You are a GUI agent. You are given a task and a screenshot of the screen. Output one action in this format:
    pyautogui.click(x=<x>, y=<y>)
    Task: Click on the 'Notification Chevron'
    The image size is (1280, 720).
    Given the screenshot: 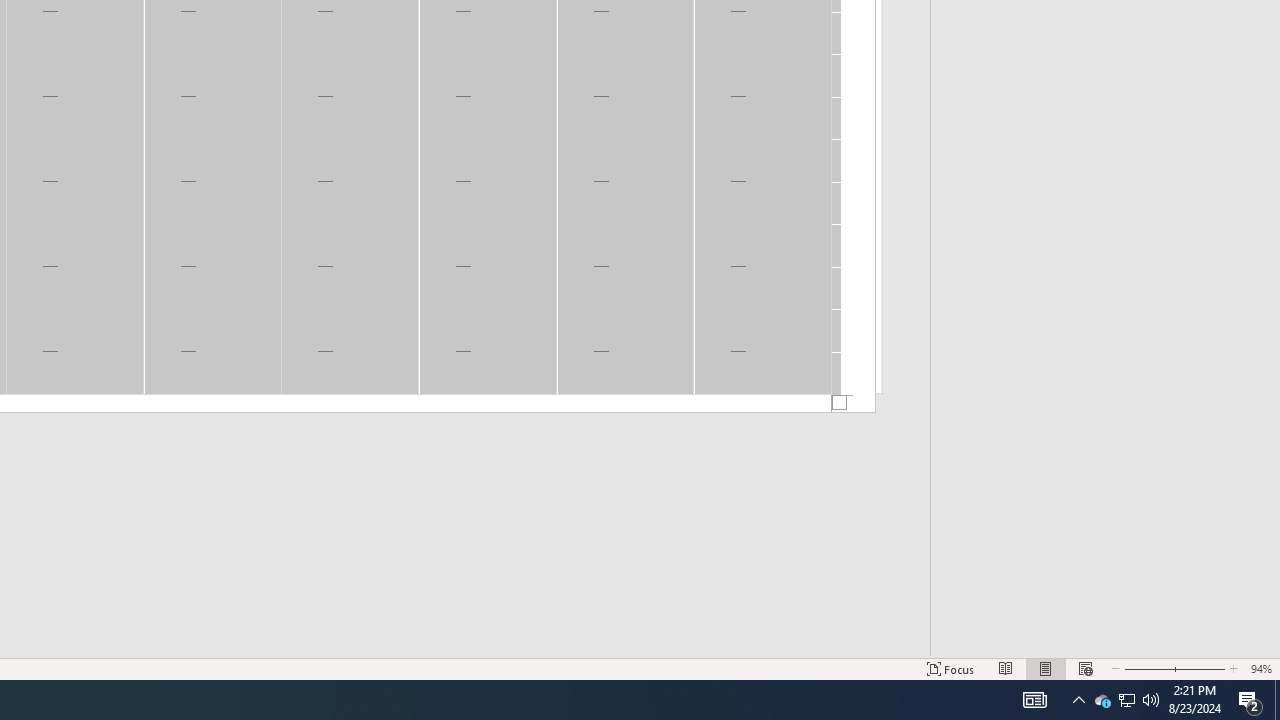 What is the action you would take?
    pyautogui.click(x=1078, y=698)
    